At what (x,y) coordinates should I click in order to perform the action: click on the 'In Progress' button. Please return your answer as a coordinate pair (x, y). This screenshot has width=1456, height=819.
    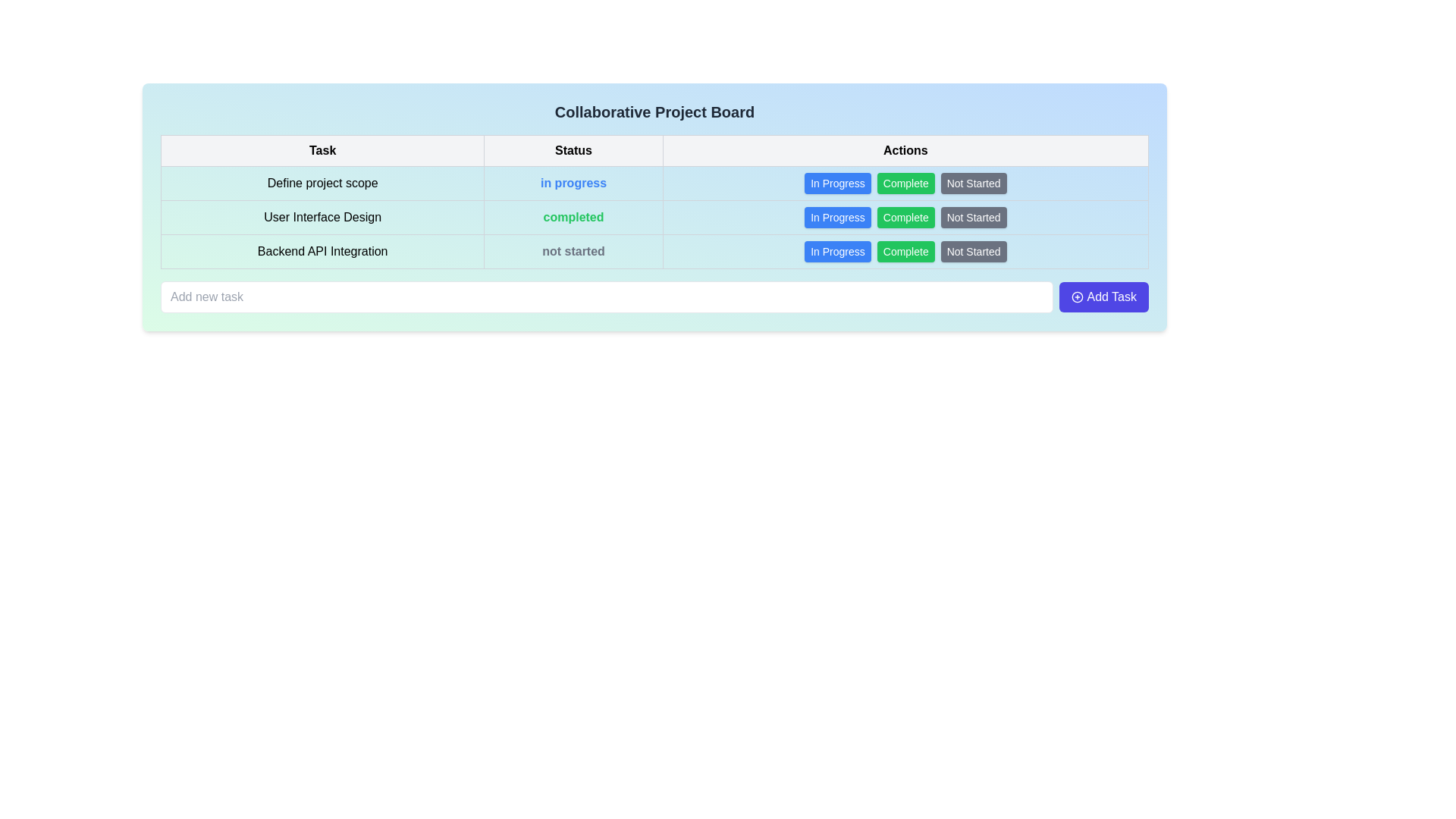
    Looking at the image, I should click on (836, 250).